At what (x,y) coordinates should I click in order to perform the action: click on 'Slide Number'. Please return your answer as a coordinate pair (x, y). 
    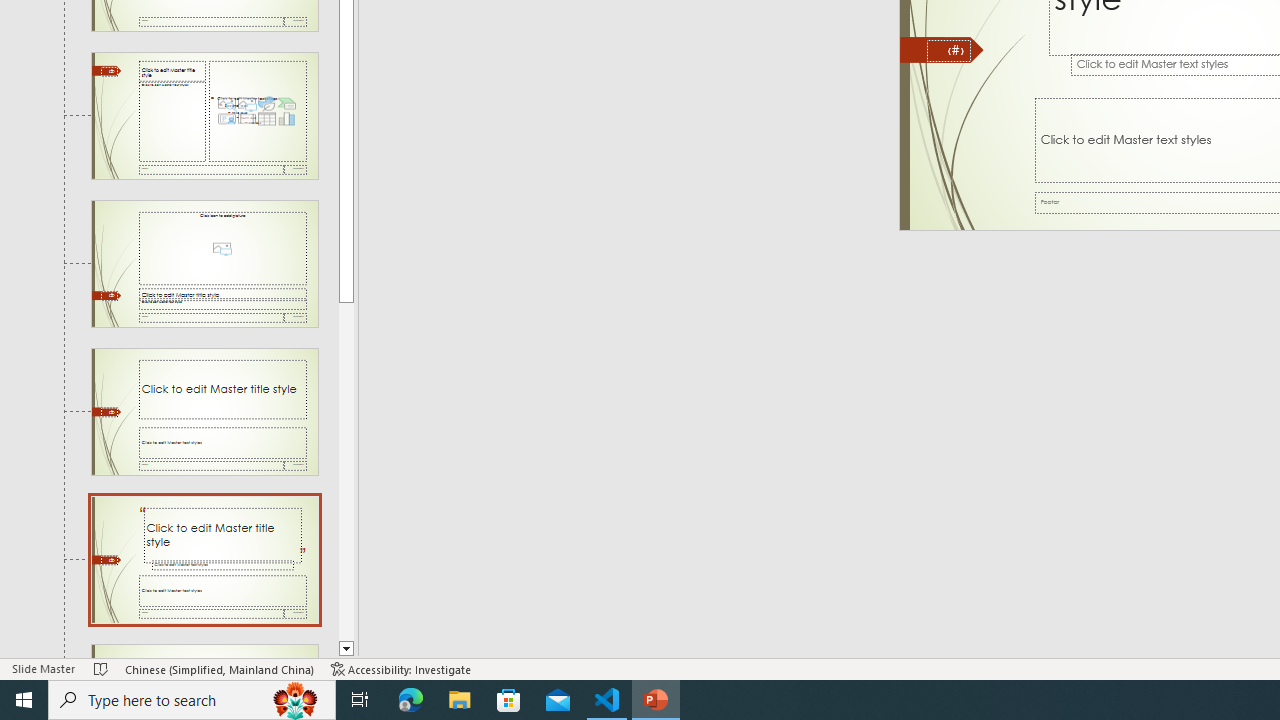
    Looking at the image, I should click on (948, 50).